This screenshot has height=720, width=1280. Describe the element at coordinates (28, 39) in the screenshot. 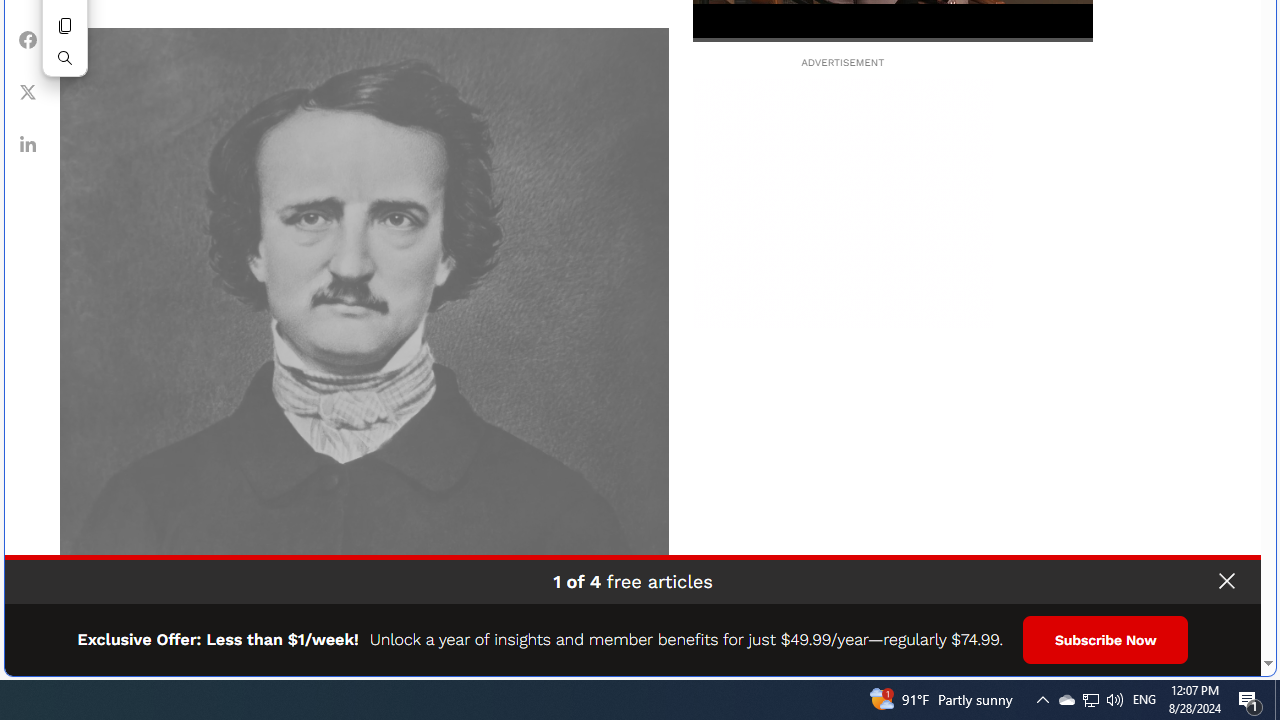

I see `'Class: fs-icon fs-icon--Facebook'` at that location.